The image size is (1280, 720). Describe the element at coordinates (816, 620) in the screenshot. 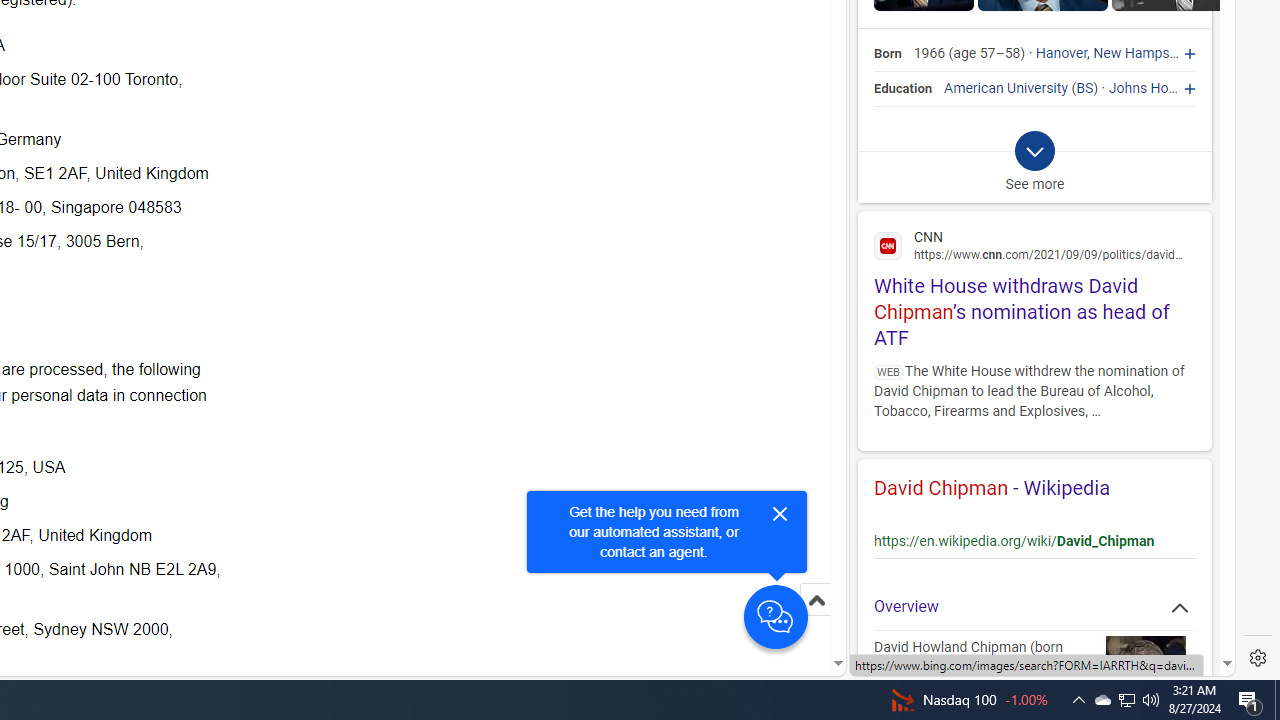

I see `'Scroll to top'` at that location.